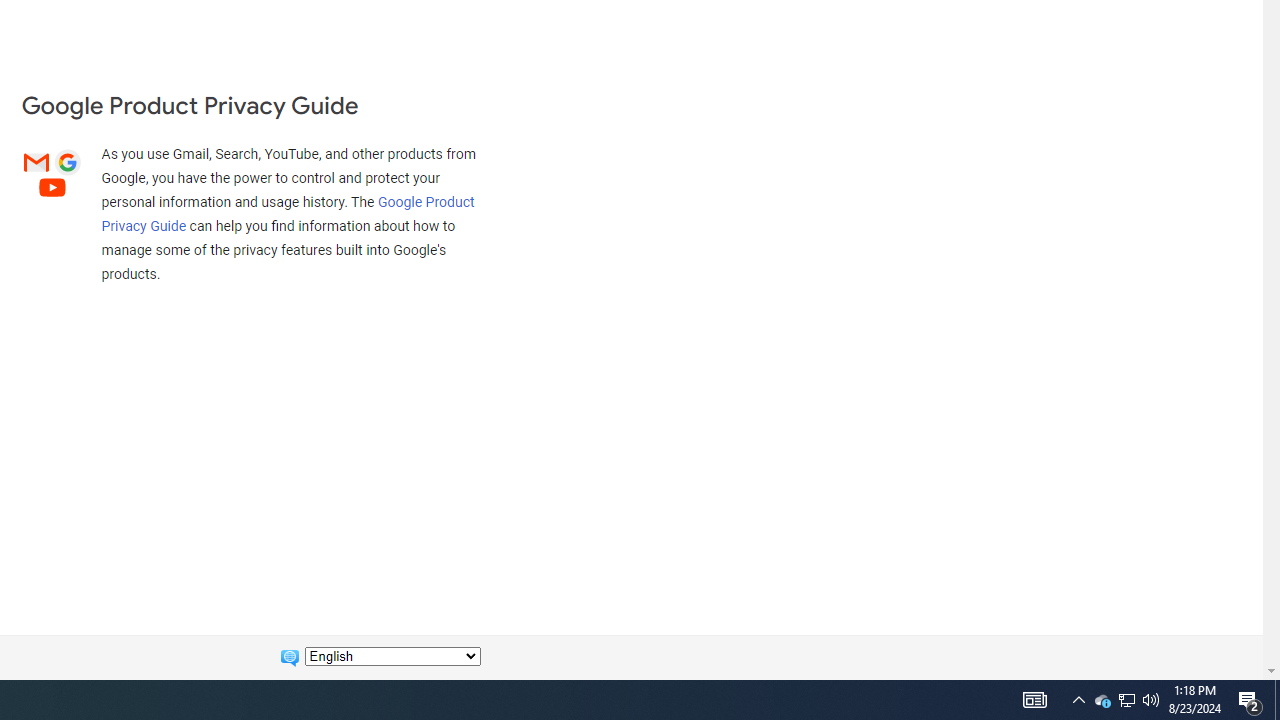 The width and height of the screenshot is (1280, 720). Describe the element at coordinates (287, 213) in the screenshot. I see `'Google Product Privacy Guide'` at that location.